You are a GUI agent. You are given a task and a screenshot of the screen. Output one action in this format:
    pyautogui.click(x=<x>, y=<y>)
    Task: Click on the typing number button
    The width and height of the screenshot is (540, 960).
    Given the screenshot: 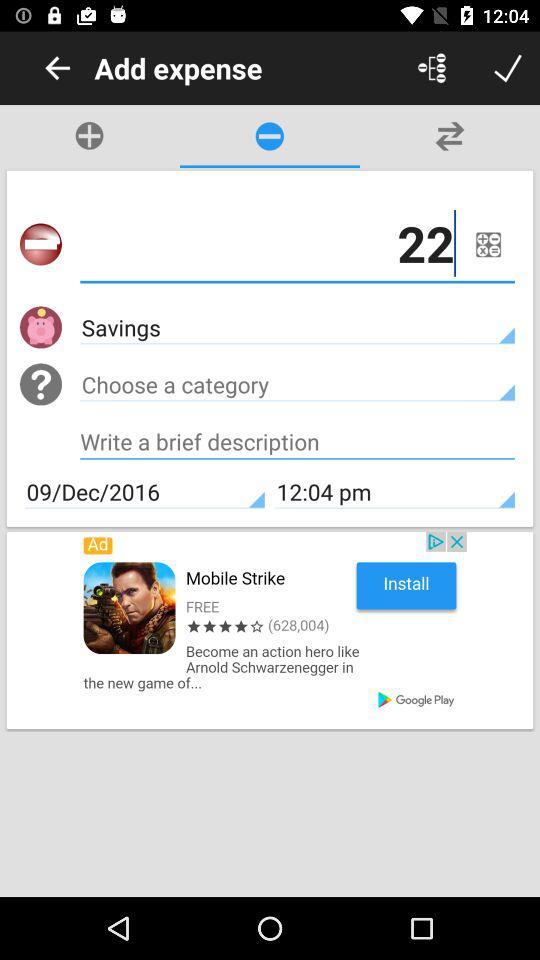 What is the action you would take?
    pyautogui.click(x=296, y=444)
    